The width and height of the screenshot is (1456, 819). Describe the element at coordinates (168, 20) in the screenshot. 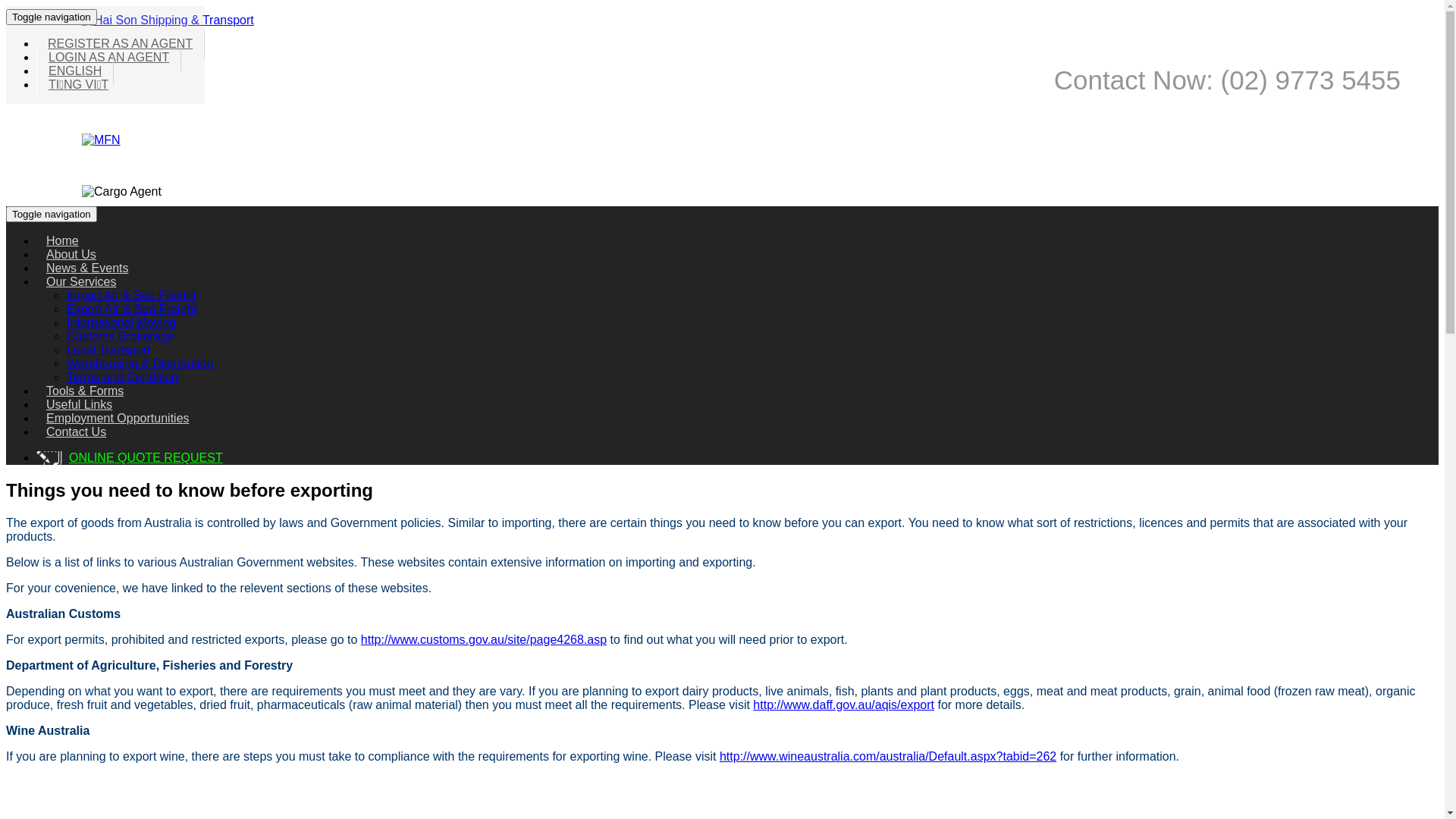

I see `'Hai Son Shipping & Transport'` at that location.